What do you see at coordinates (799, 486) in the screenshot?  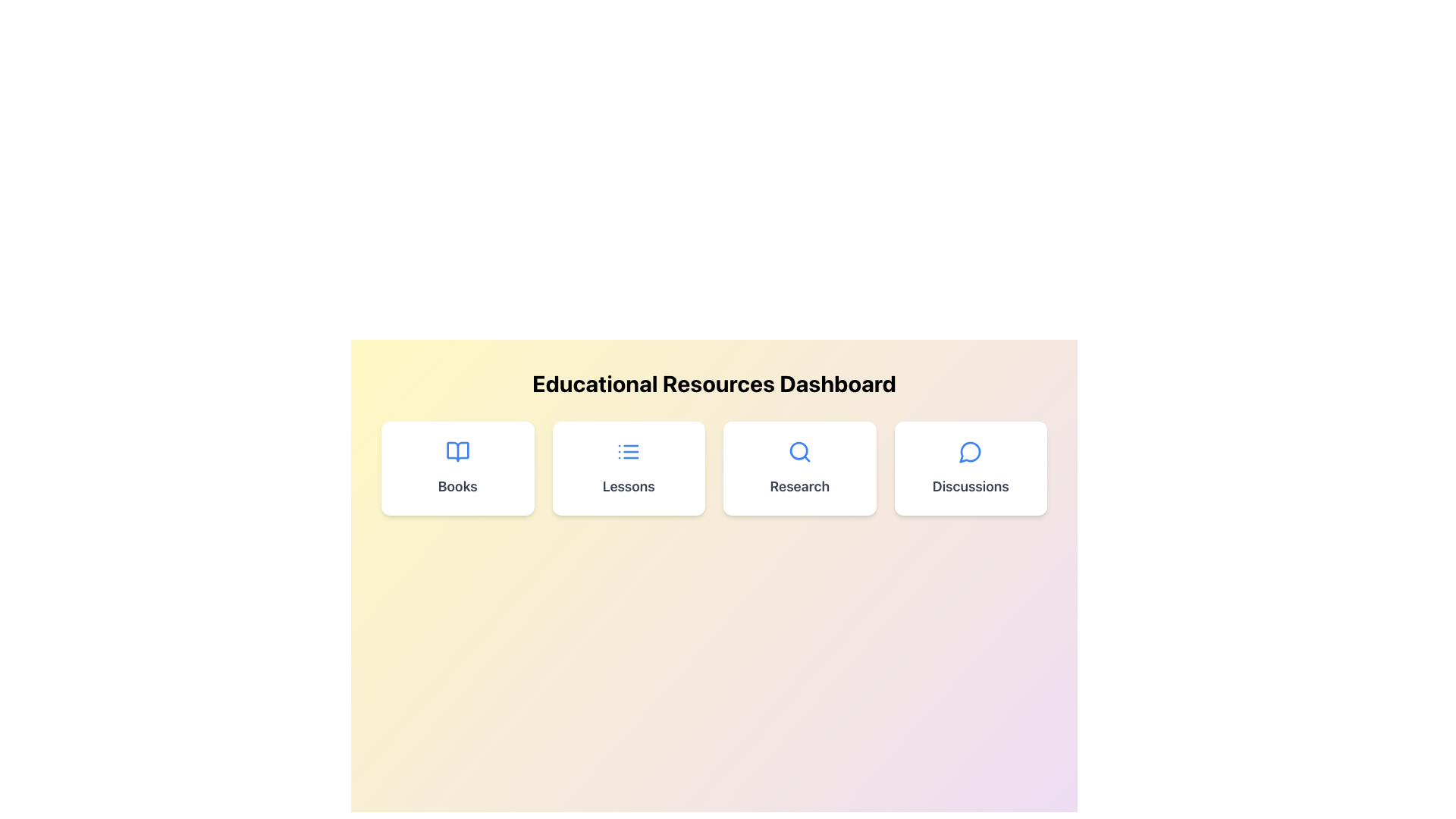 I see `text label located at the lower section of the third card from the left, beneath the magnifying glass icon` at bounding box center [799, 486].